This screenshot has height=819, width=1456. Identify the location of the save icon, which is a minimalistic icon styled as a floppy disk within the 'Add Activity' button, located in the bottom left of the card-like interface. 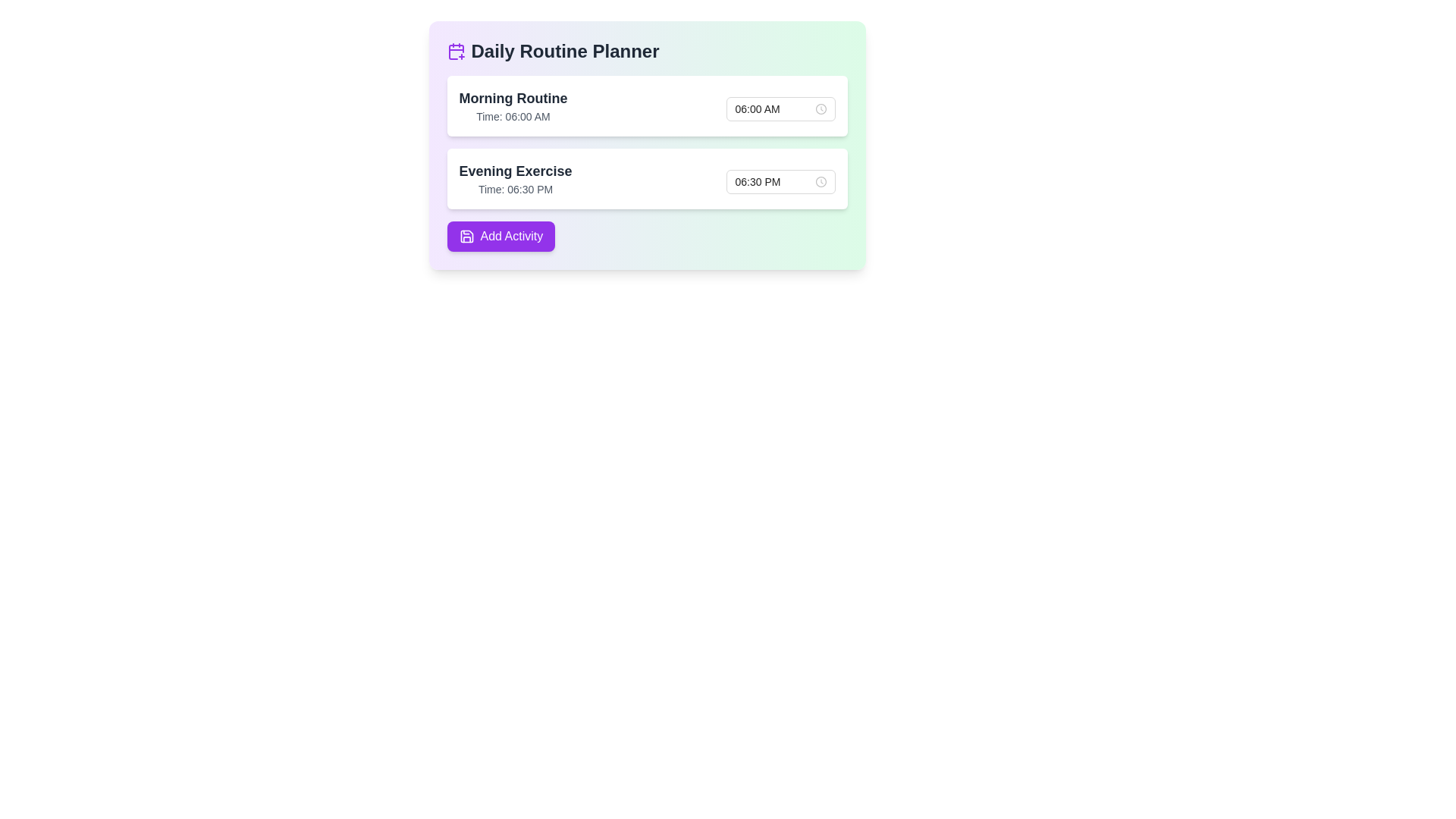
(466, 237).